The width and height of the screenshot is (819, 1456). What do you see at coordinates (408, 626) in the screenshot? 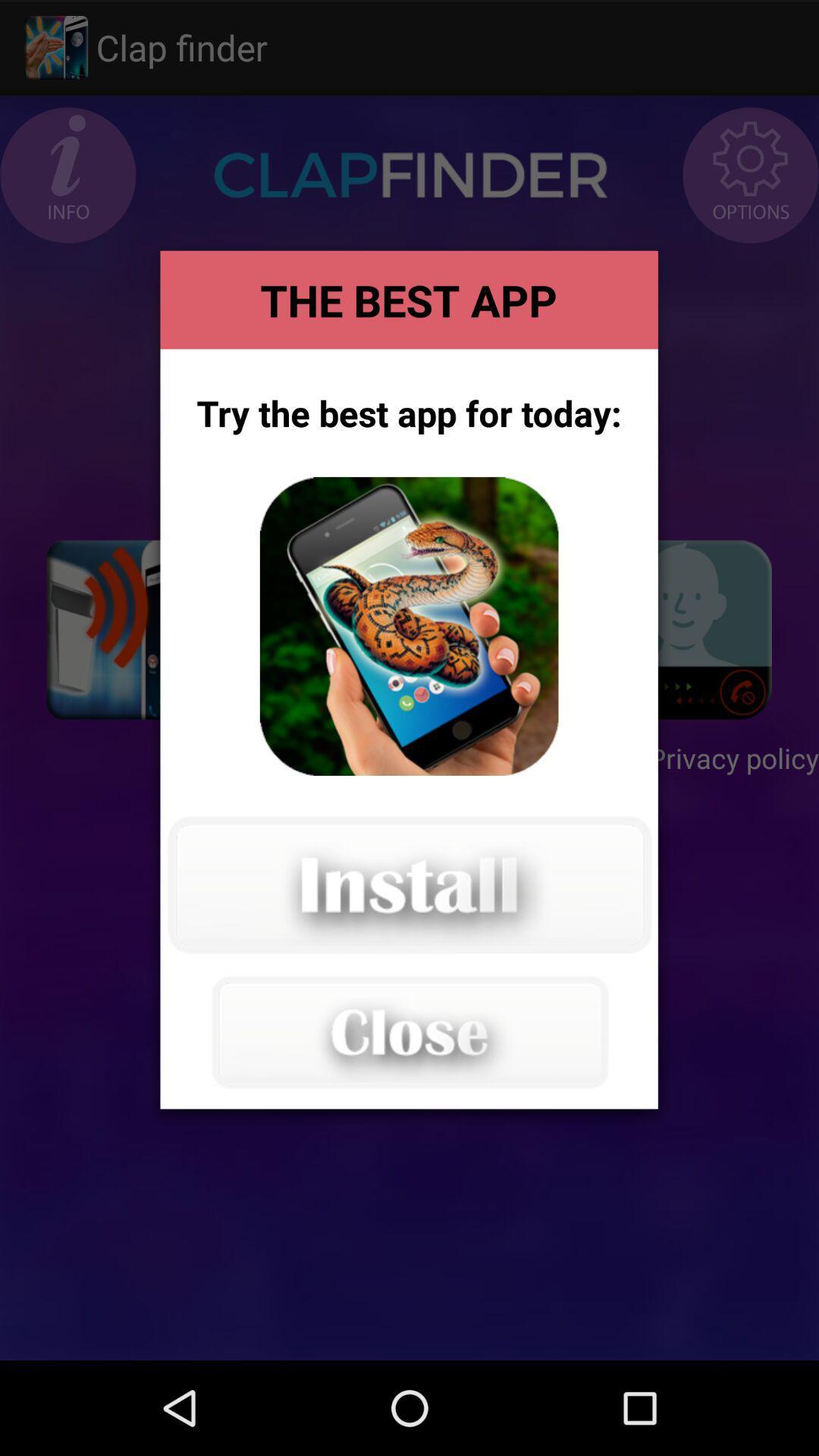
I see `install app` at bounding box center [408, 626].